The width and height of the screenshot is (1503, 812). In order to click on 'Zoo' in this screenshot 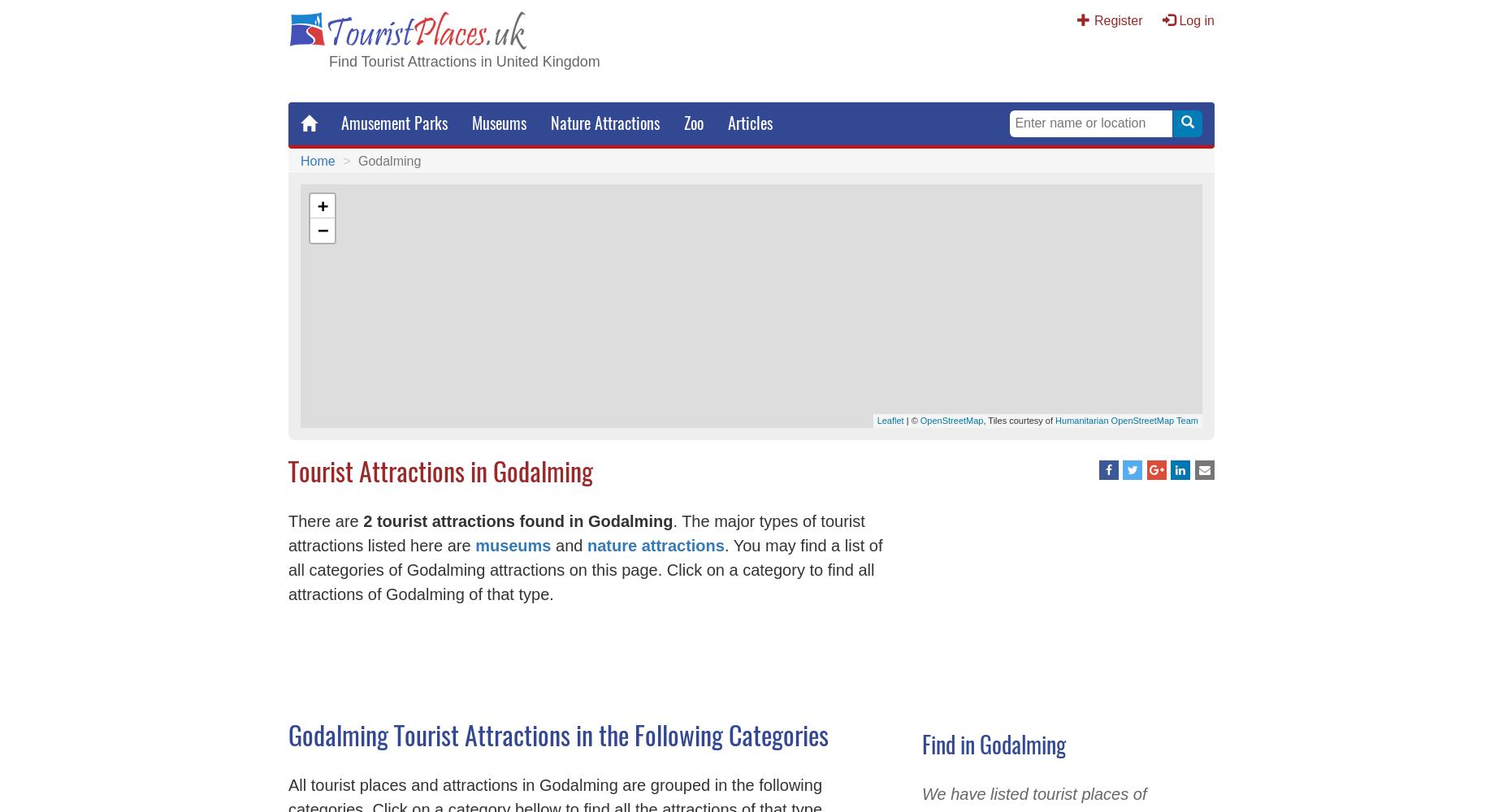, I will do `click(693, 123)`.